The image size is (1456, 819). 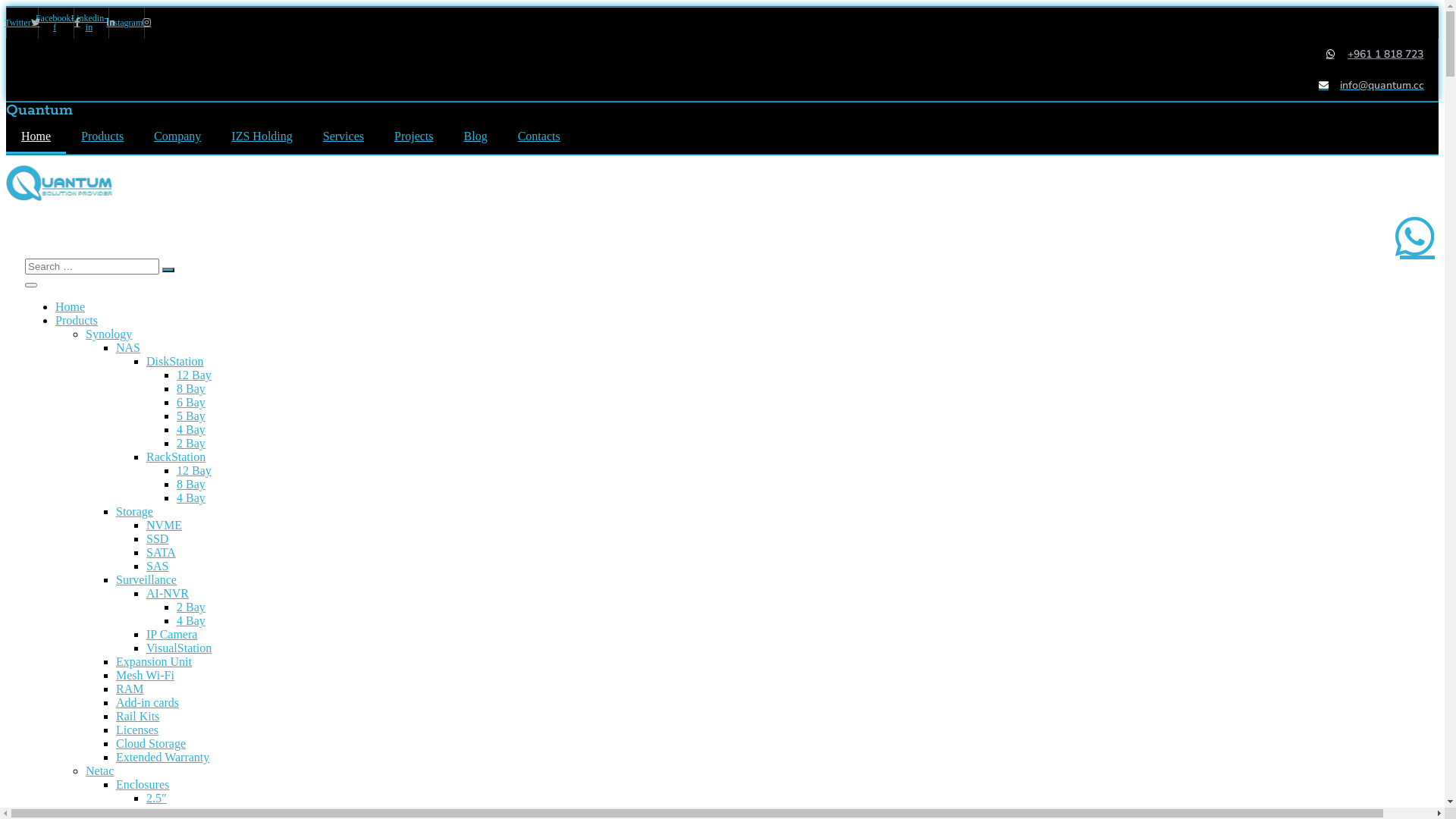 What do you see at coordinates (147, 702) in the screenshot?
I see `'Add-in cards'` at bounding box center [147, 702].